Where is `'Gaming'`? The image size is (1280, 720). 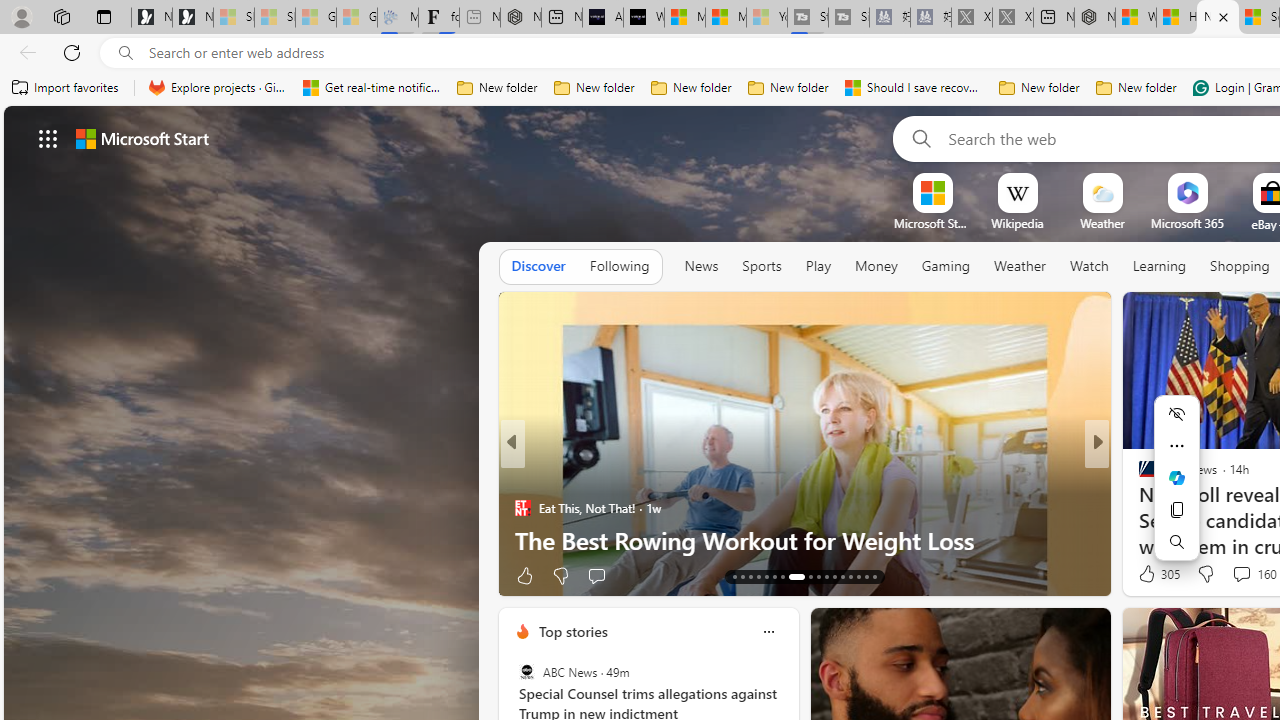 'Gaming' is located at coordinates (944, 265).